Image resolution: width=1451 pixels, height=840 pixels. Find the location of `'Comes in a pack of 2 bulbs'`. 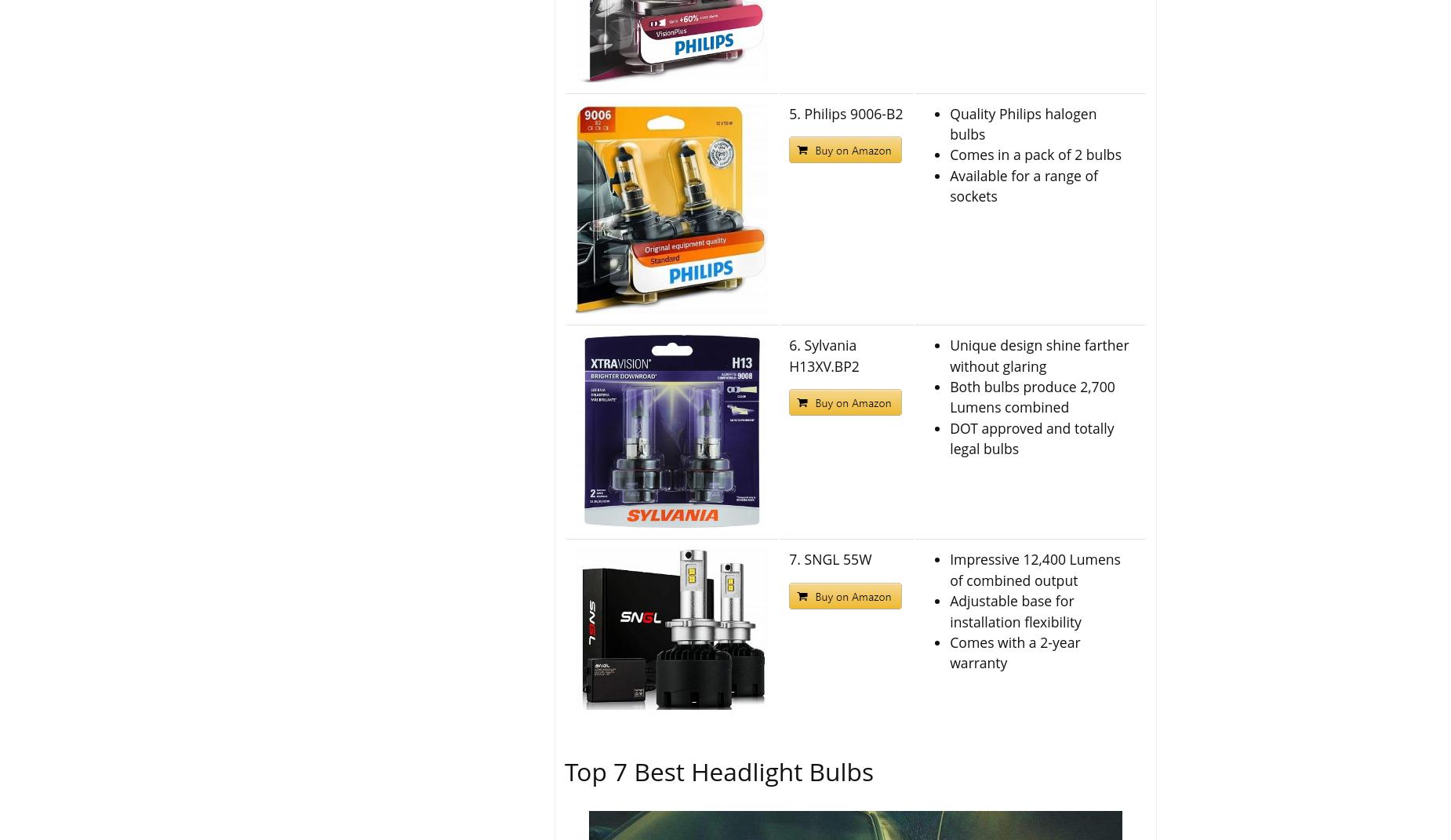

'Comes in a pack of 2 bulbs' is located at coordinates (1035, 153).